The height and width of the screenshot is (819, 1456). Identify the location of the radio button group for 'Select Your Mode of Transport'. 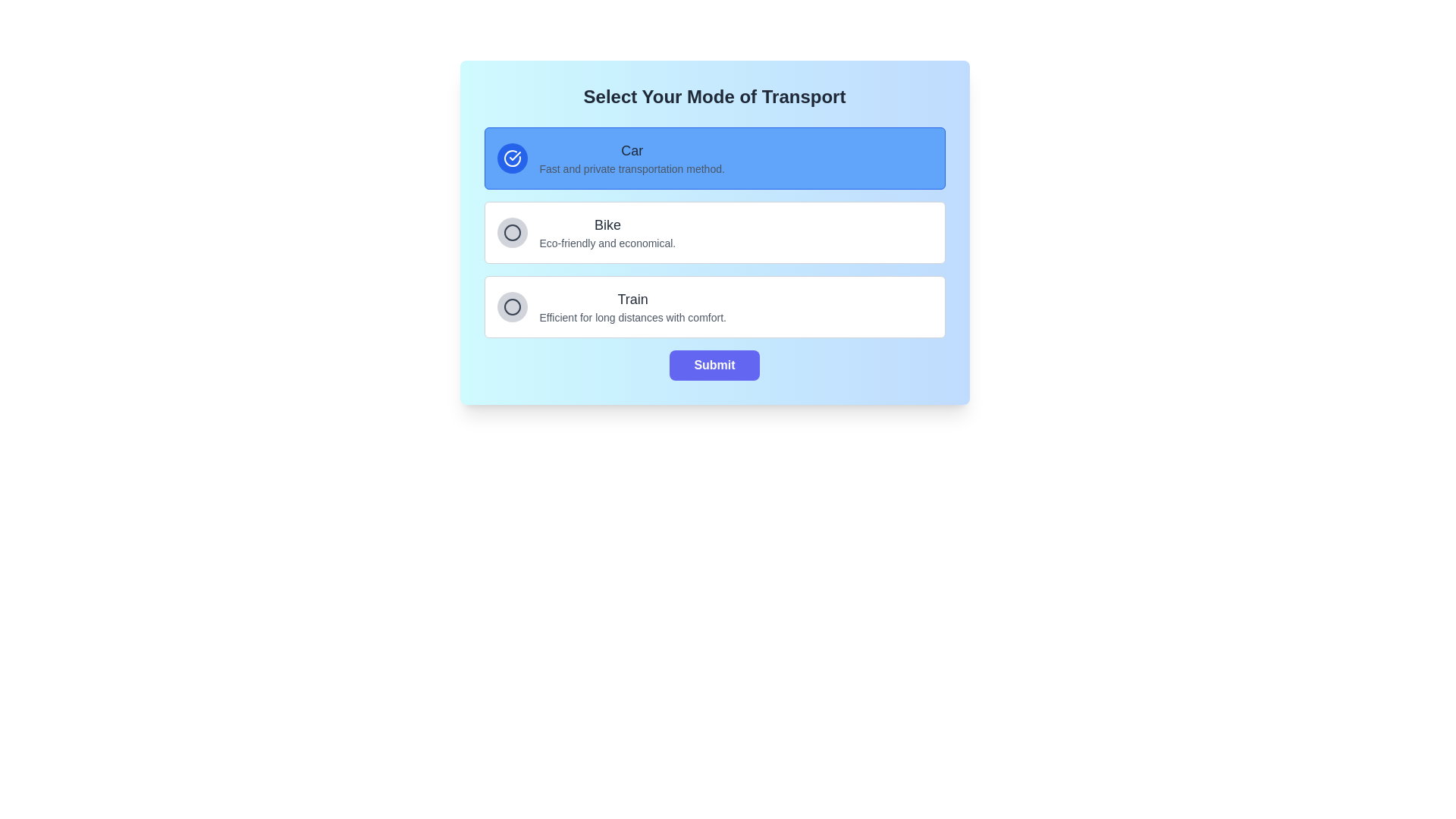
(714, 233).